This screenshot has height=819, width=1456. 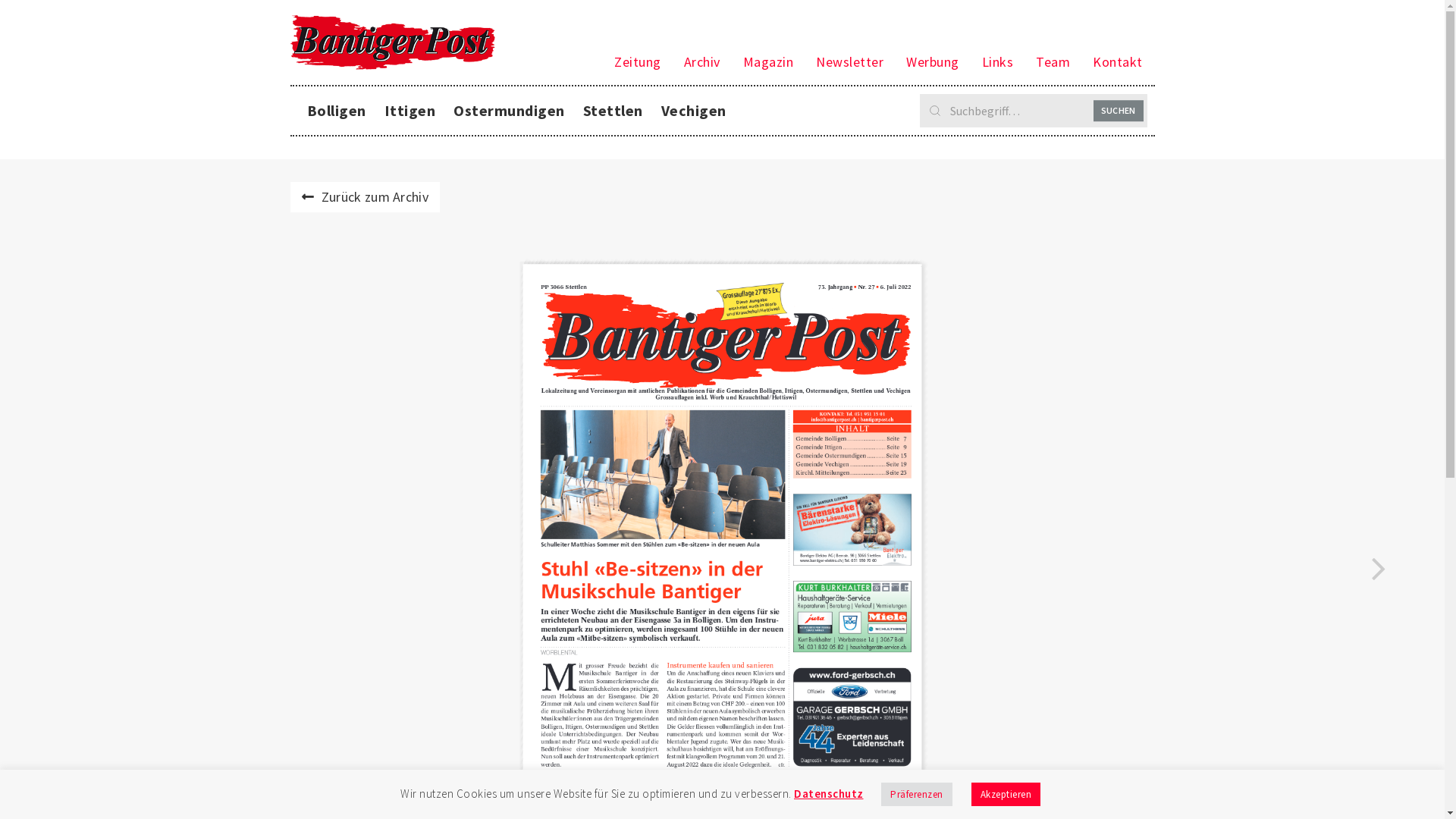 What do you see at coordinates (1080, 61) in the screenshot?
I see `'Kontakt'` at bounding box center [1080, 61].